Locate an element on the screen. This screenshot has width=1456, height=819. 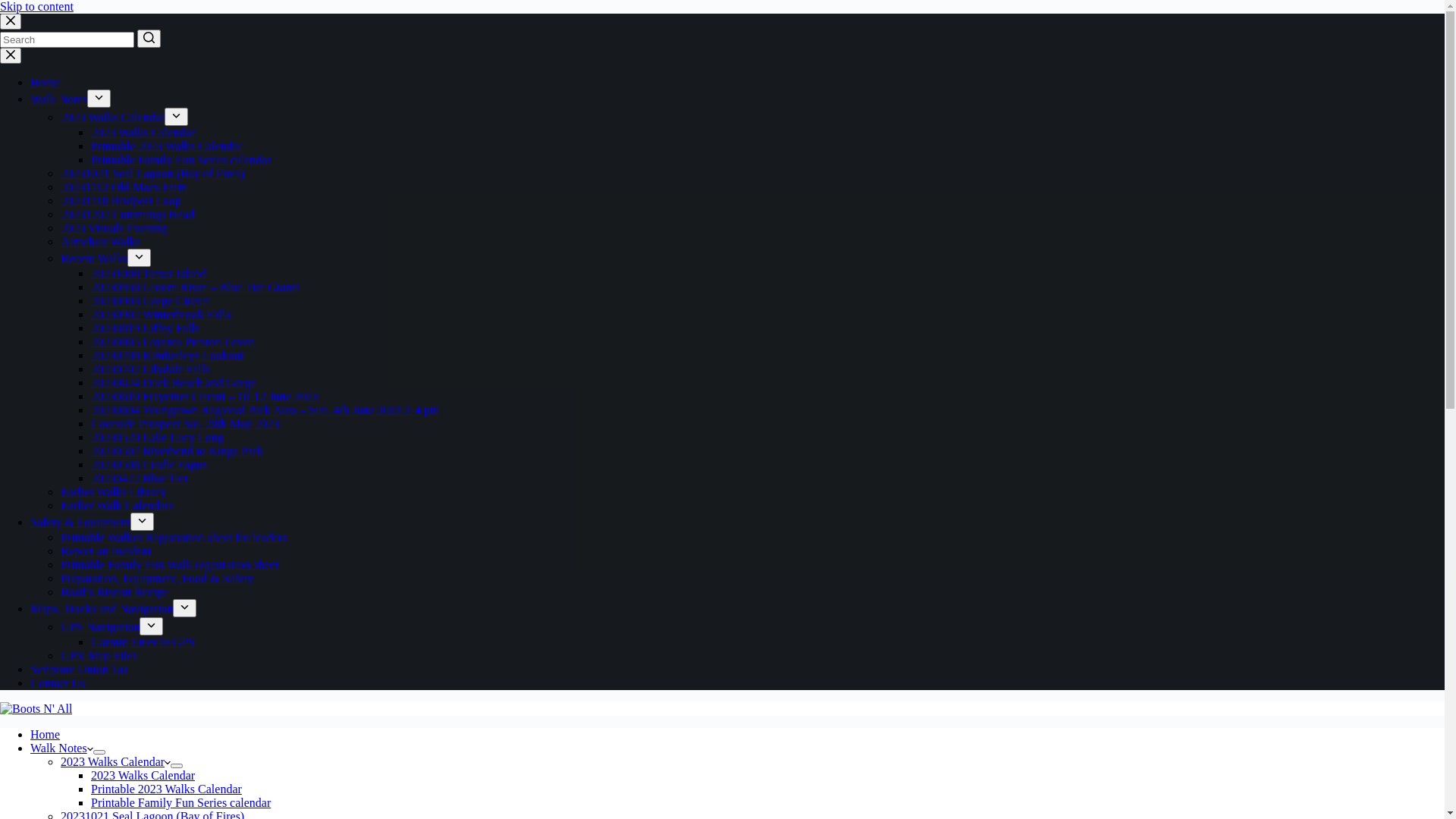
'GPX Map Files' is located at coordinates (97, 654).